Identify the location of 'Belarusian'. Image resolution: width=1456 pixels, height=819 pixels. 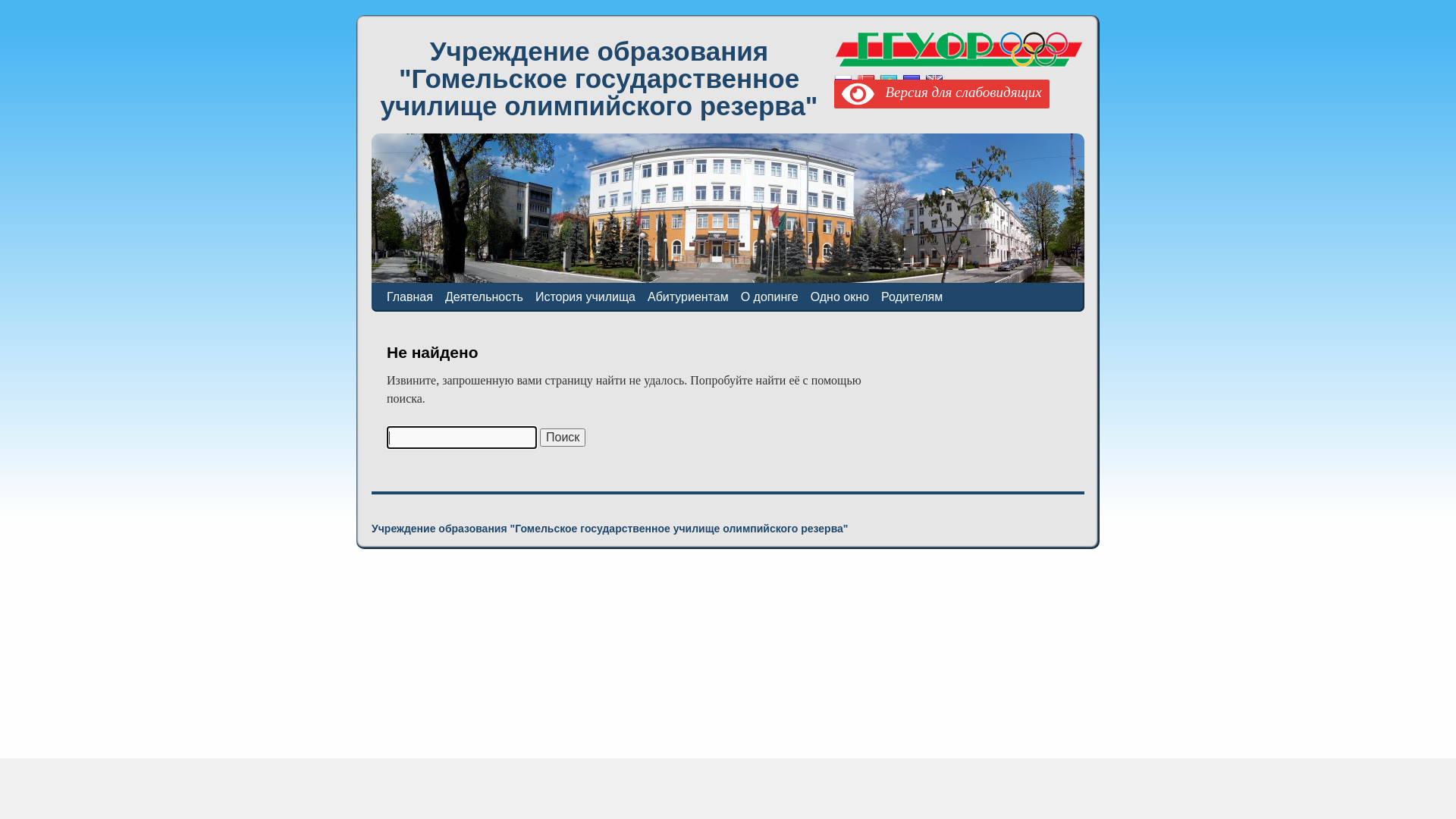
(856, 82).